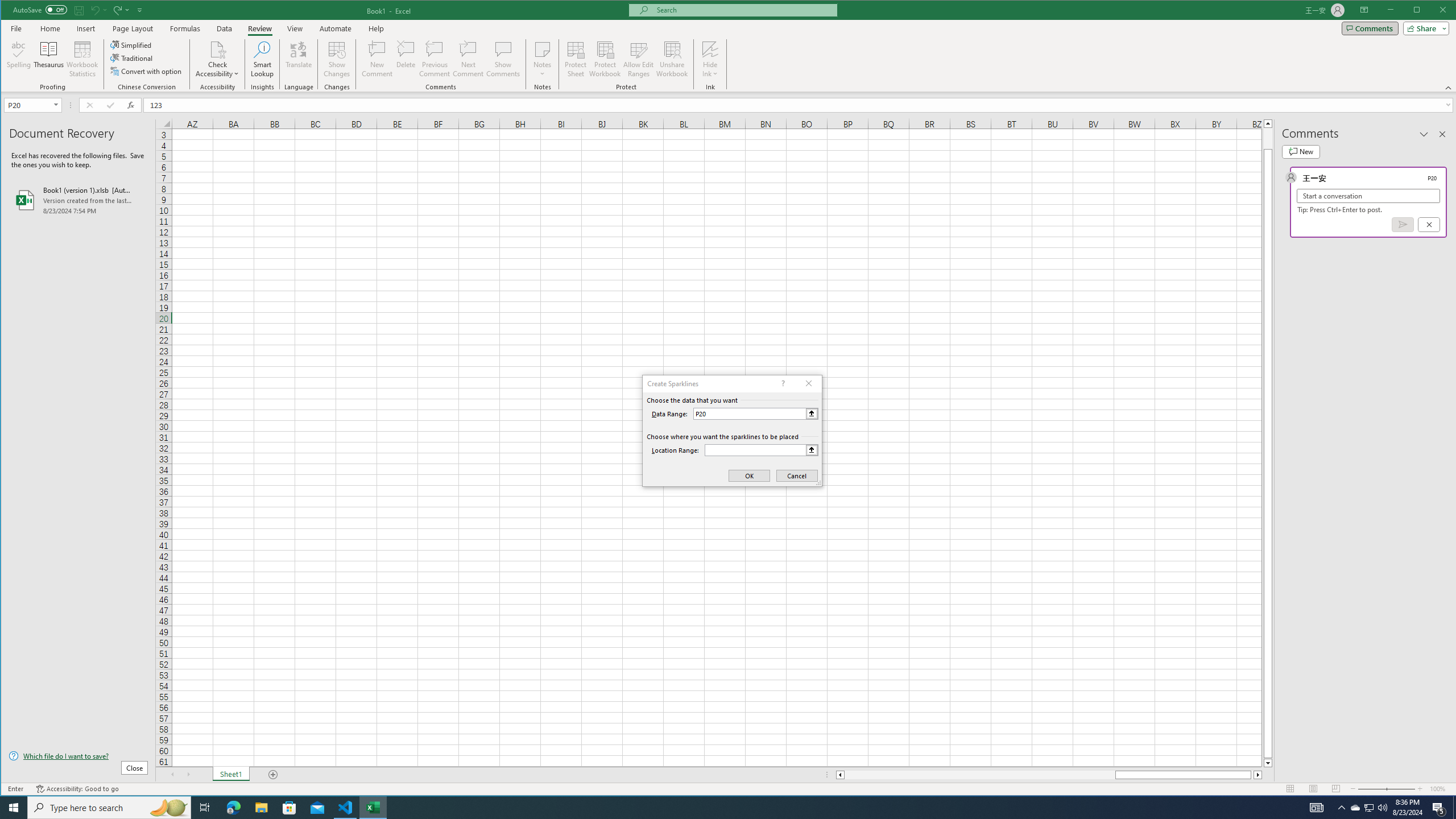  I want to click on 'Spelling...', so click(18, 59).